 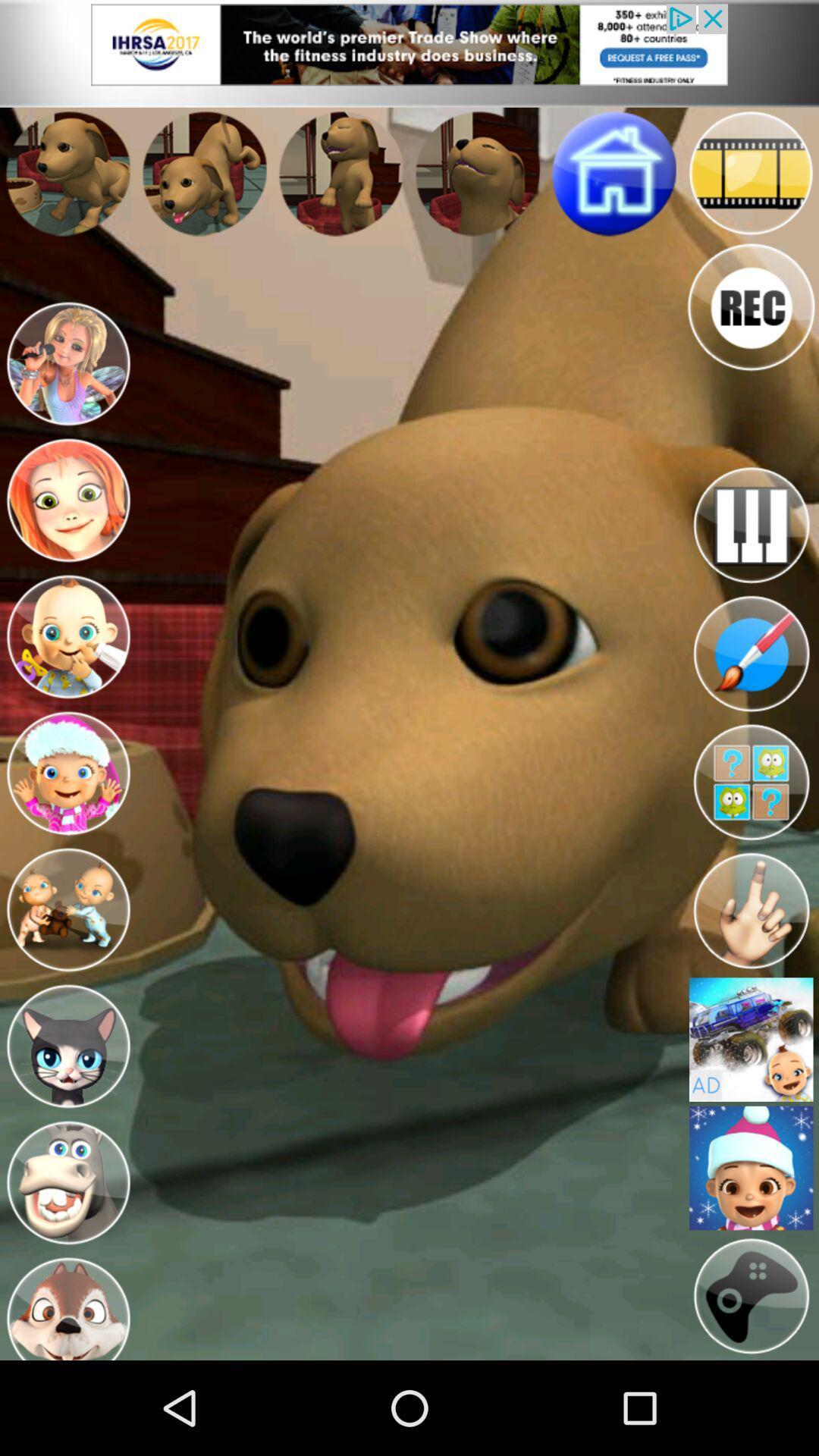 What do you see at coordinates (67, 1397) in the screenshot?
I see `the avatar icon` at bounding box center [67, 1397].